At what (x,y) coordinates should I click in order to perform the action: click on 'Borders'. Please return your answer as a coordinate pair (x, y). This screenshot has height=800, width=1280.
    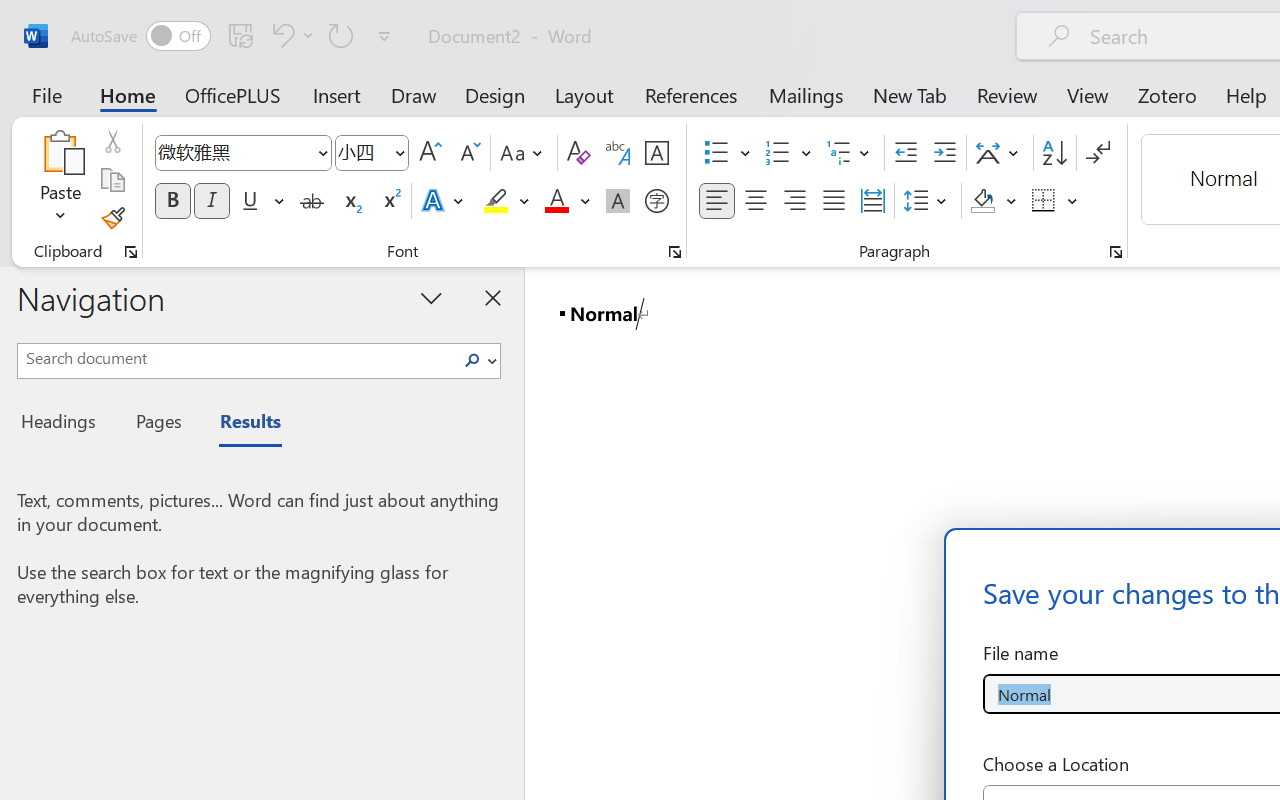
    Looking at the image, I should click on (1043, 201).